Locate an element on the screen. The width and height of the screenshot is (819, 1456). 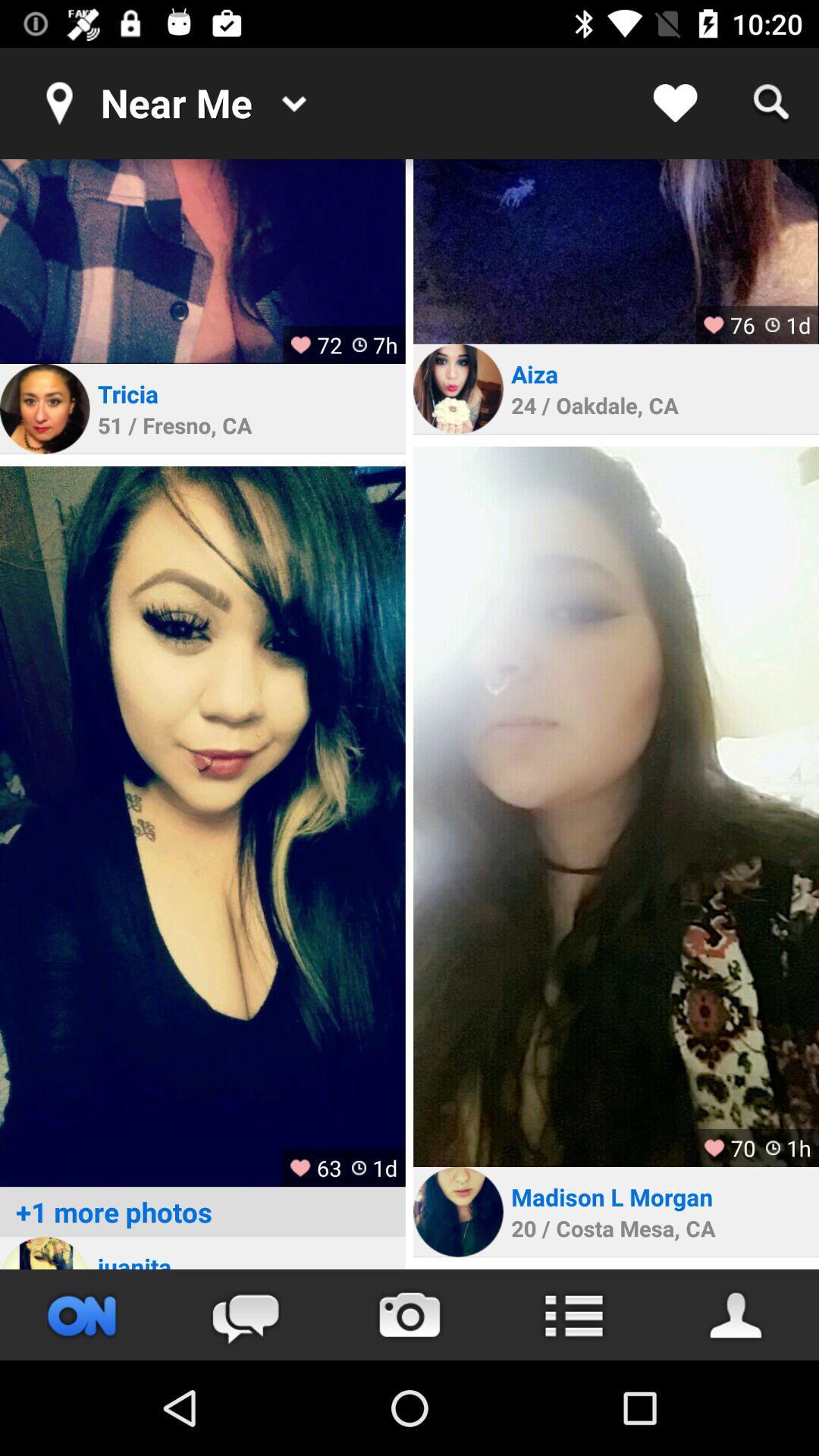
photo library is located at coordinates (202, 826).